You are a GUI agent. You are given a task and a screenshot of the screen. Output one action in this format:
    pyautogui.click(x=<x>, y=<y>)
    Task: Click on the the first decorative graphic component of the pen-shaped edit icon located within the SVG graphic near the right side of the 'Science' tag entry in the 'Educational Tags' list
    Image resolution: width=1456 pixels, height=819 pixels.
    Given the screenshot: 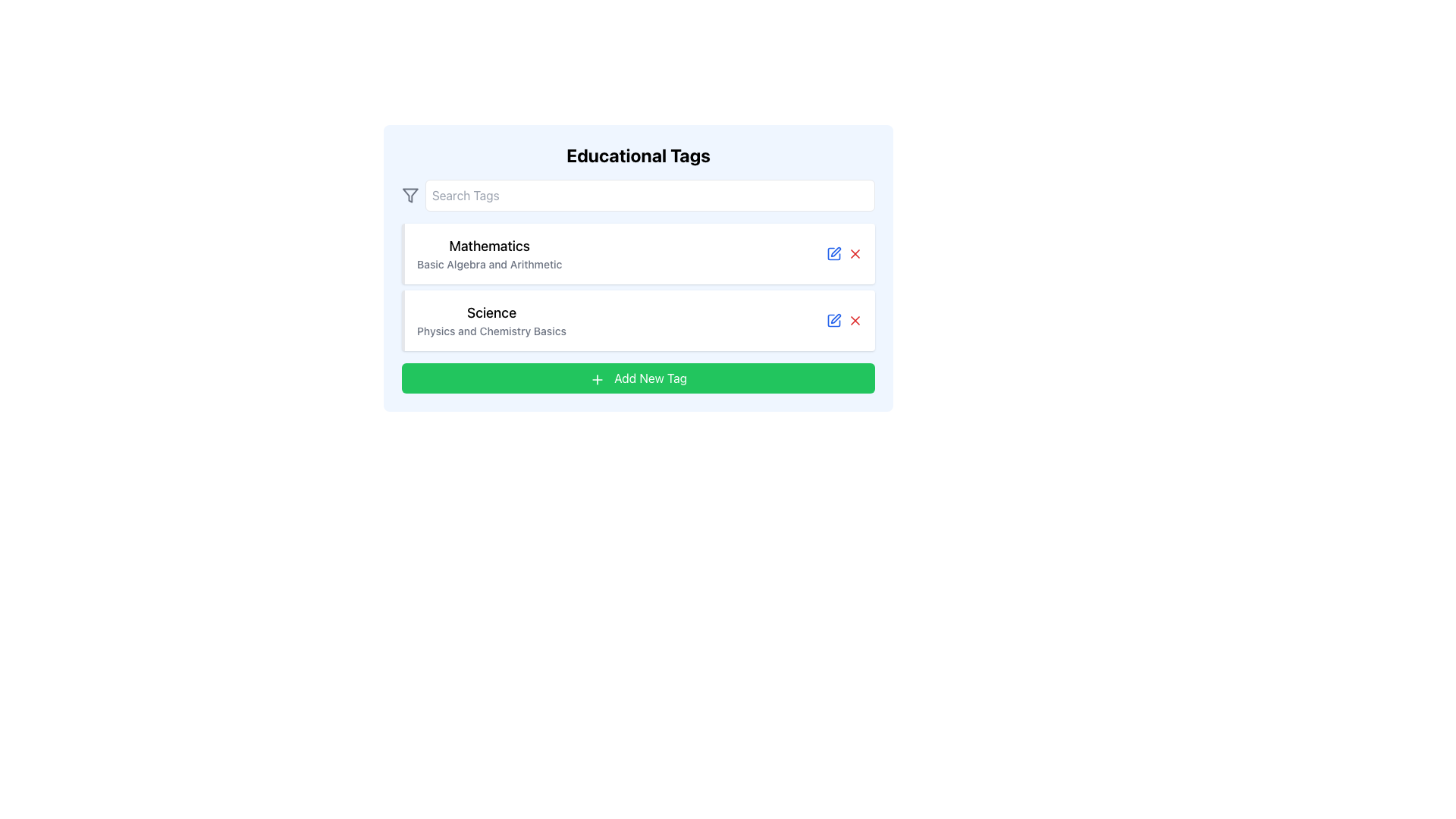 What is the action you would take?
    pyautogui.click(x=833, y=320)
    